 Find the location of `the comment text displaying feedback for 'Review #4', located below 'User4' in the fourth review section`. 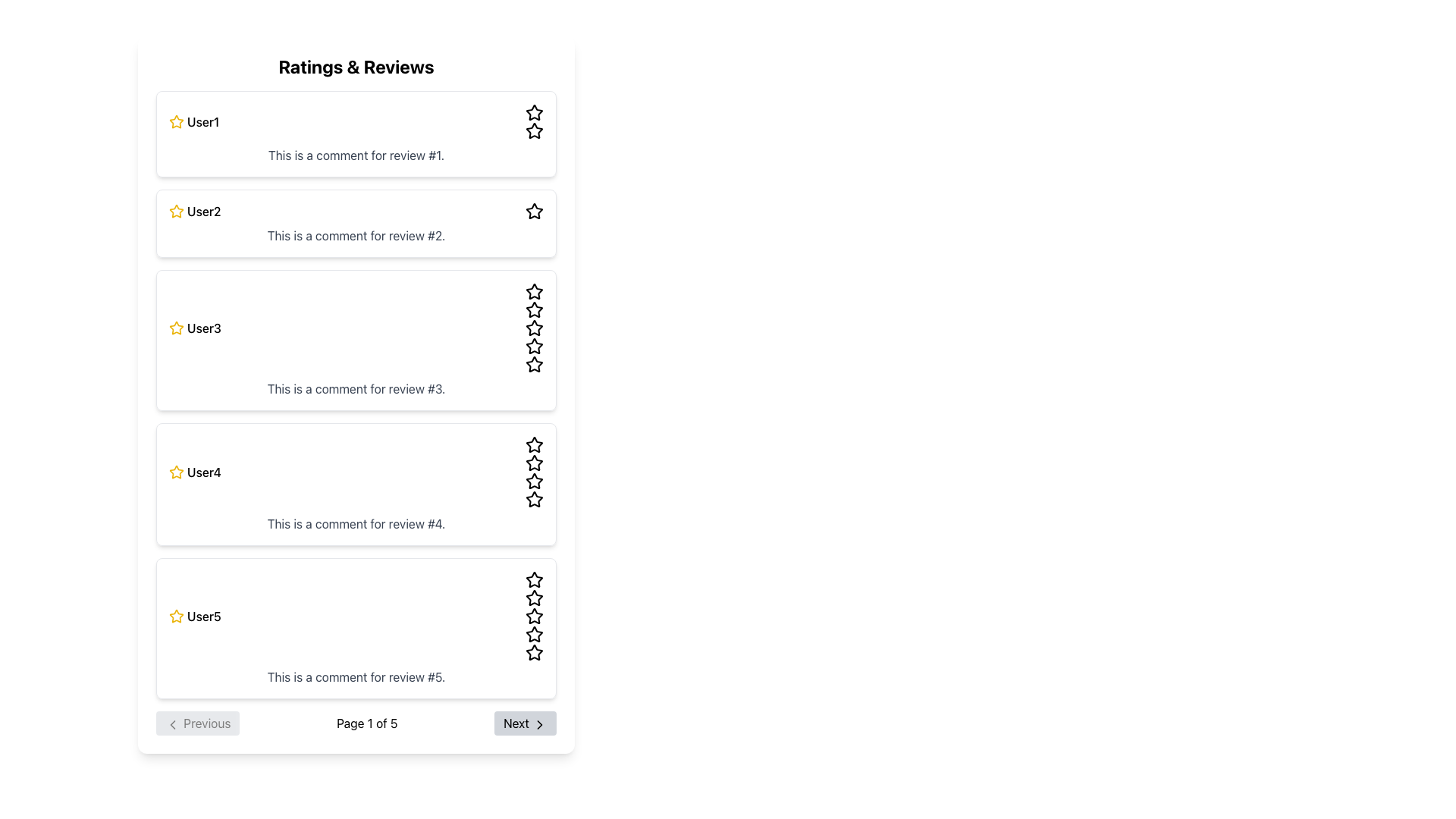

the comment text displaying feedback for 'Review #4', located below 'User4' in the fourth review section is located at coordinates (356, 522).